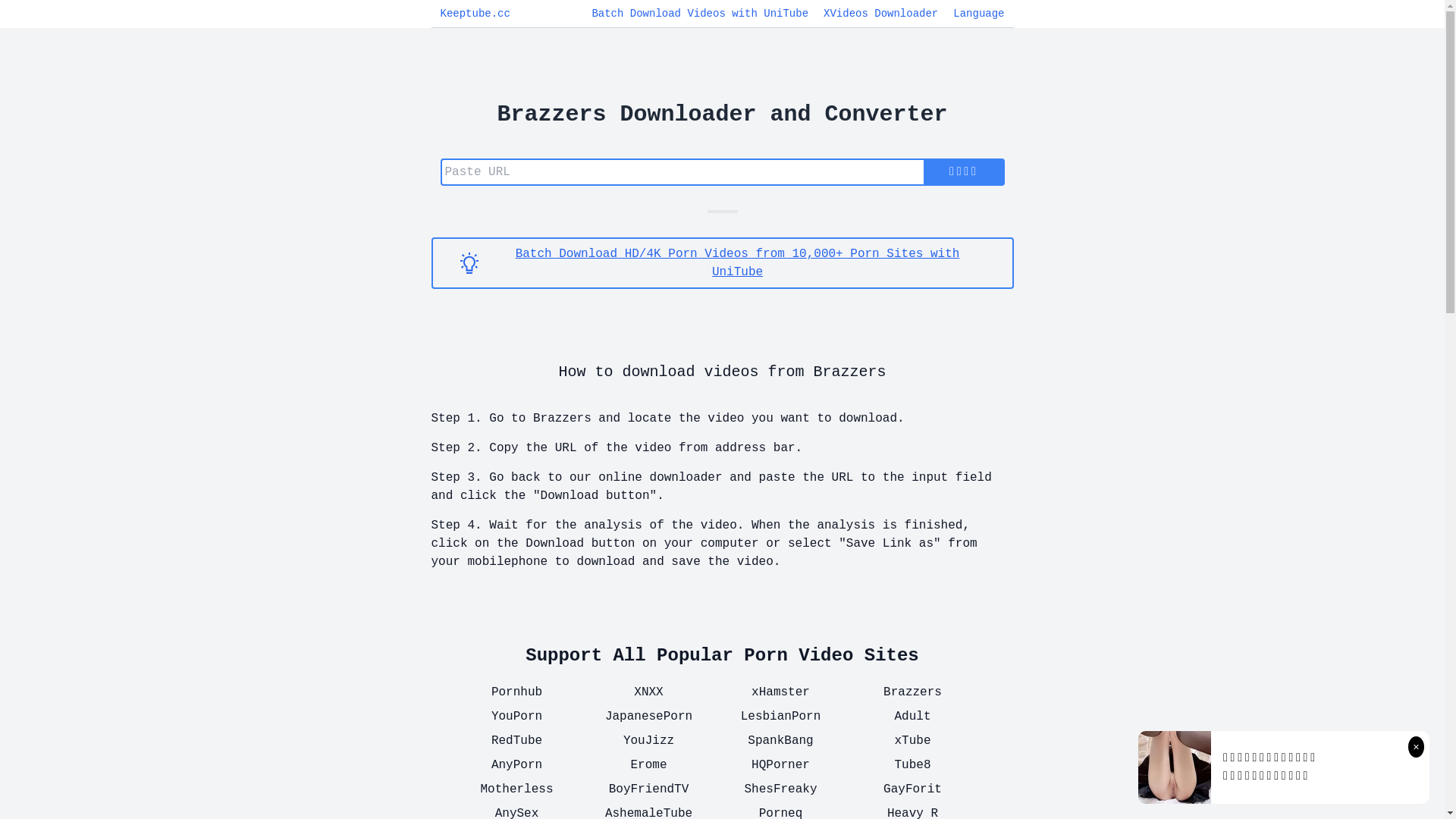  I want to click on 'AnyPorn', so click(516, 765).